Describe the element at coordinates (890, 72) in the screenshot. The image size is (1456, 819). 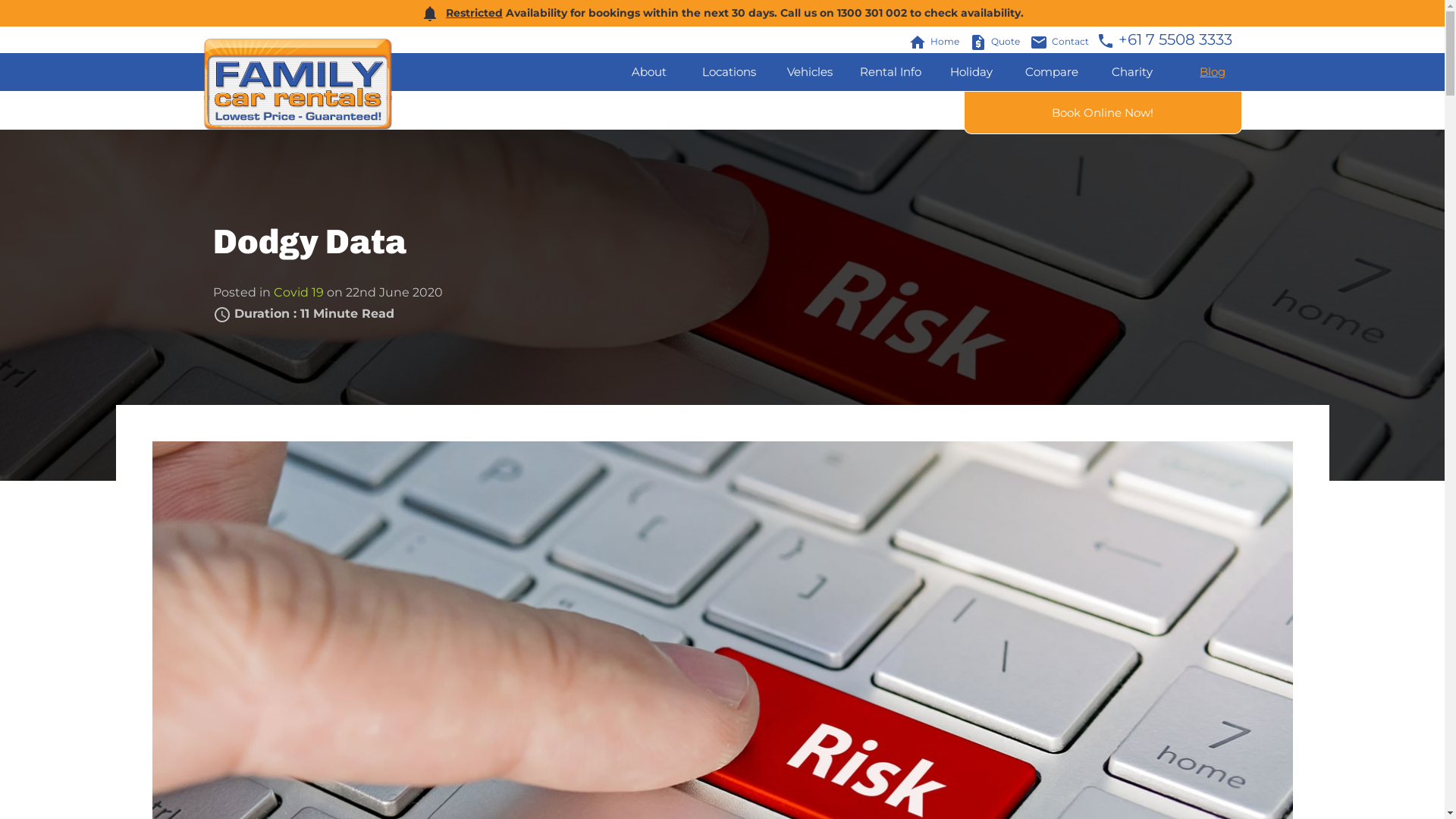
I see `'Rental Info'` at that location.